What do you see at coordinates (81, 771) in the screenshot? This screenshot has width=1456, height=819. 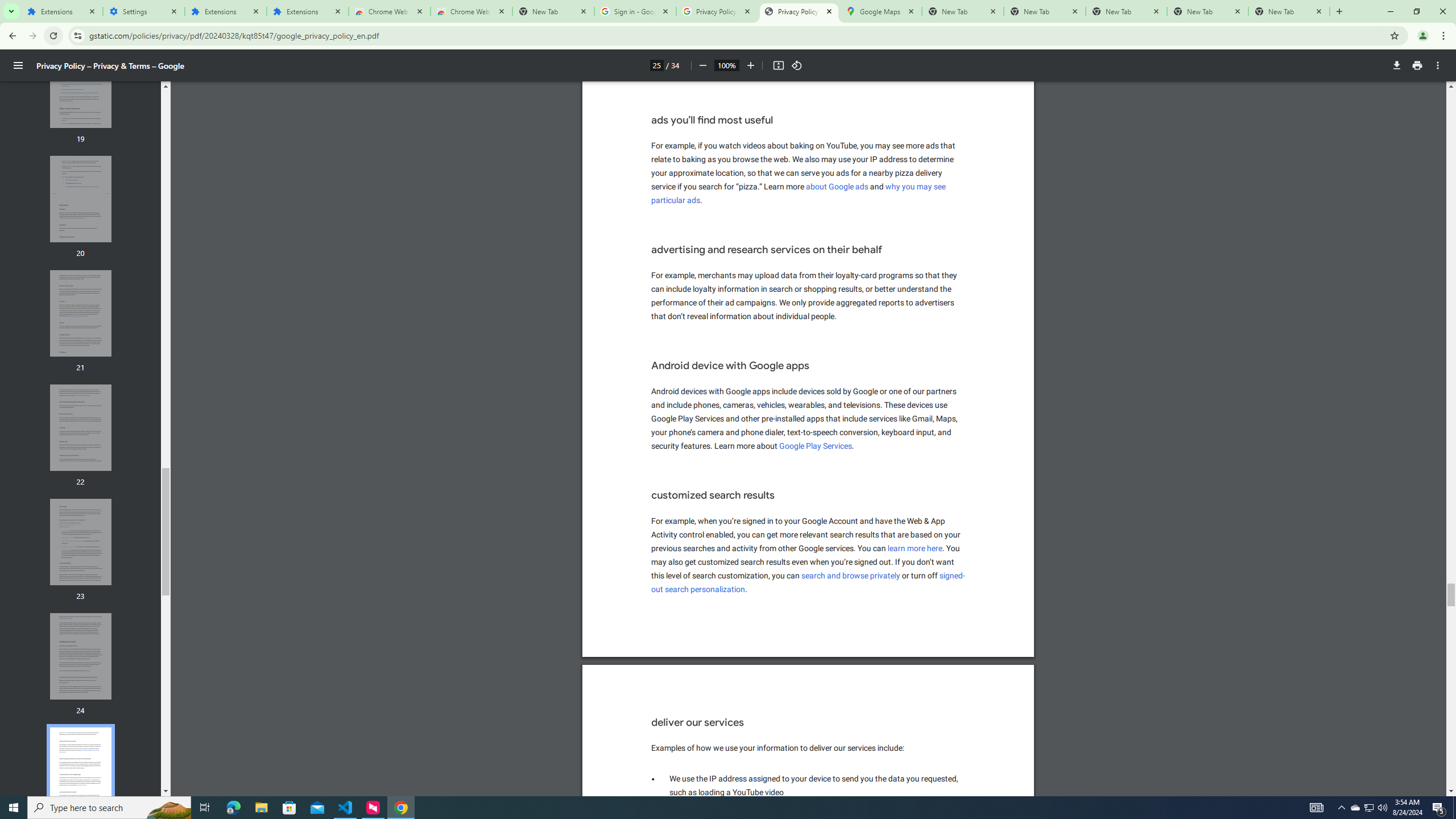 I see `'Thumbnail for page 25'` at bounding box center [81, 771].